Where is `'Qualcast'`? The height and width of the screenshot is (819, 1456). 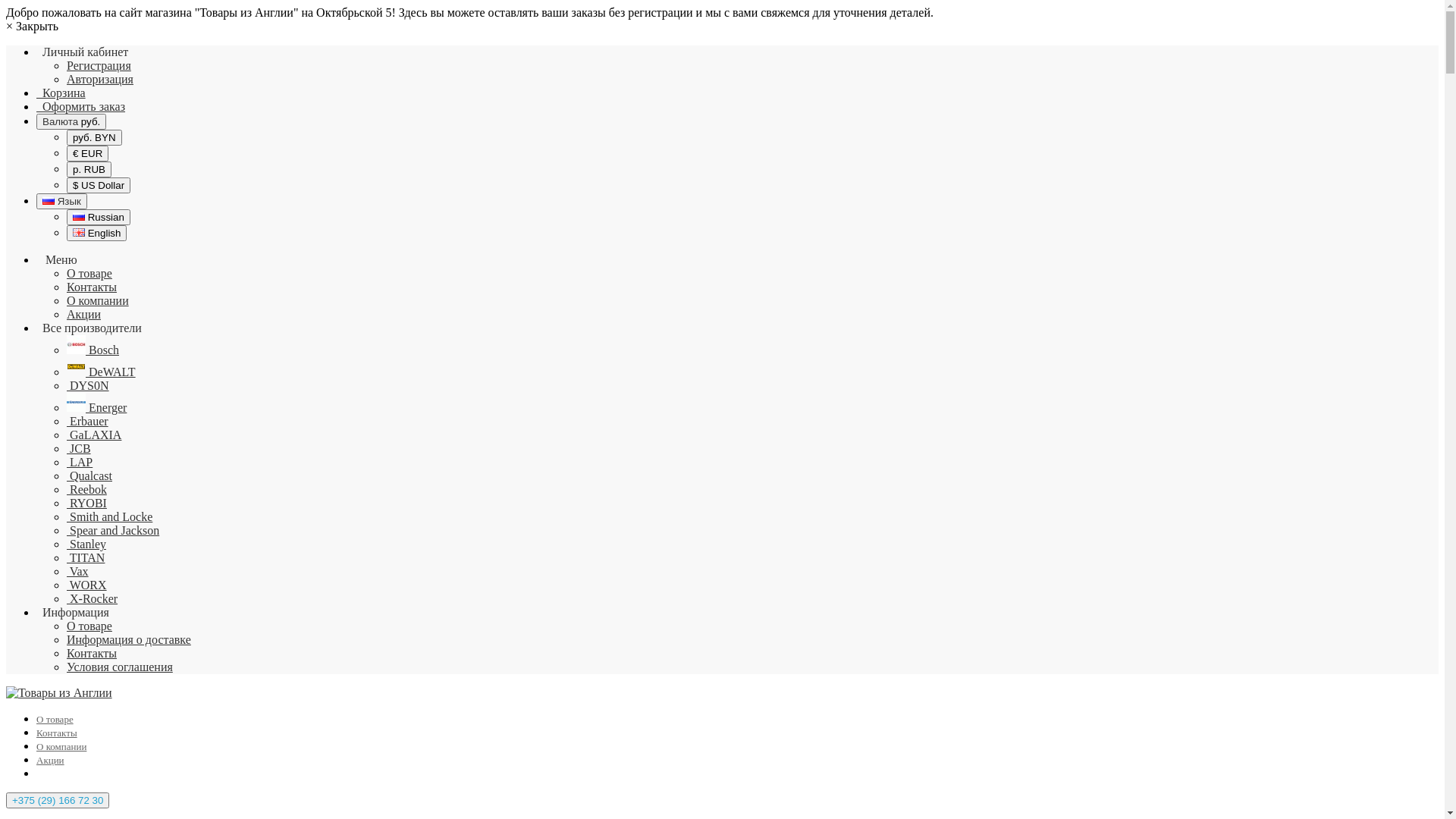
'Qualcast' is located at coordinates (89, 475).